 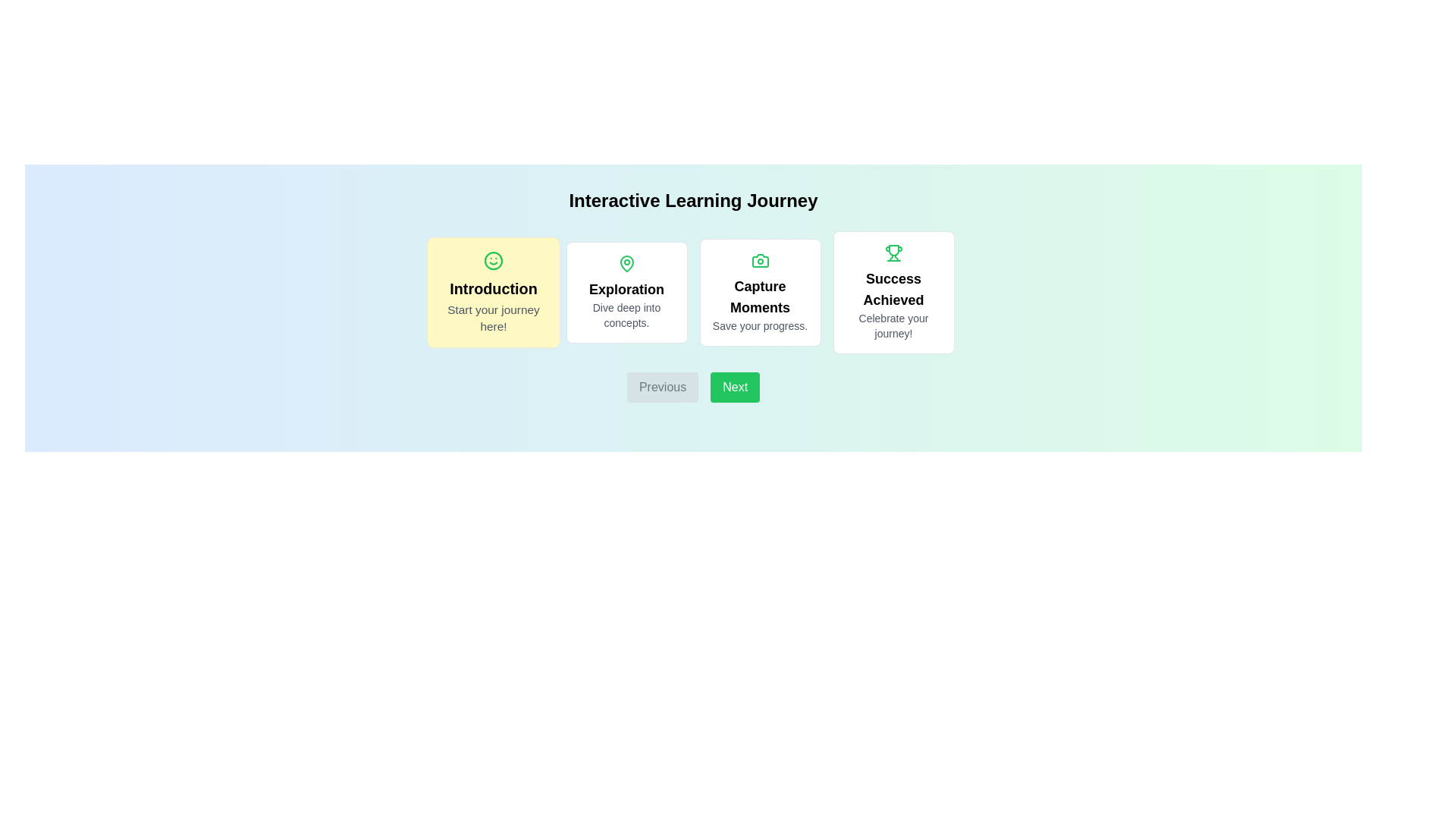 I want to click on the icon of the step card corresponding to Exploration, so click(x=626, y=262).